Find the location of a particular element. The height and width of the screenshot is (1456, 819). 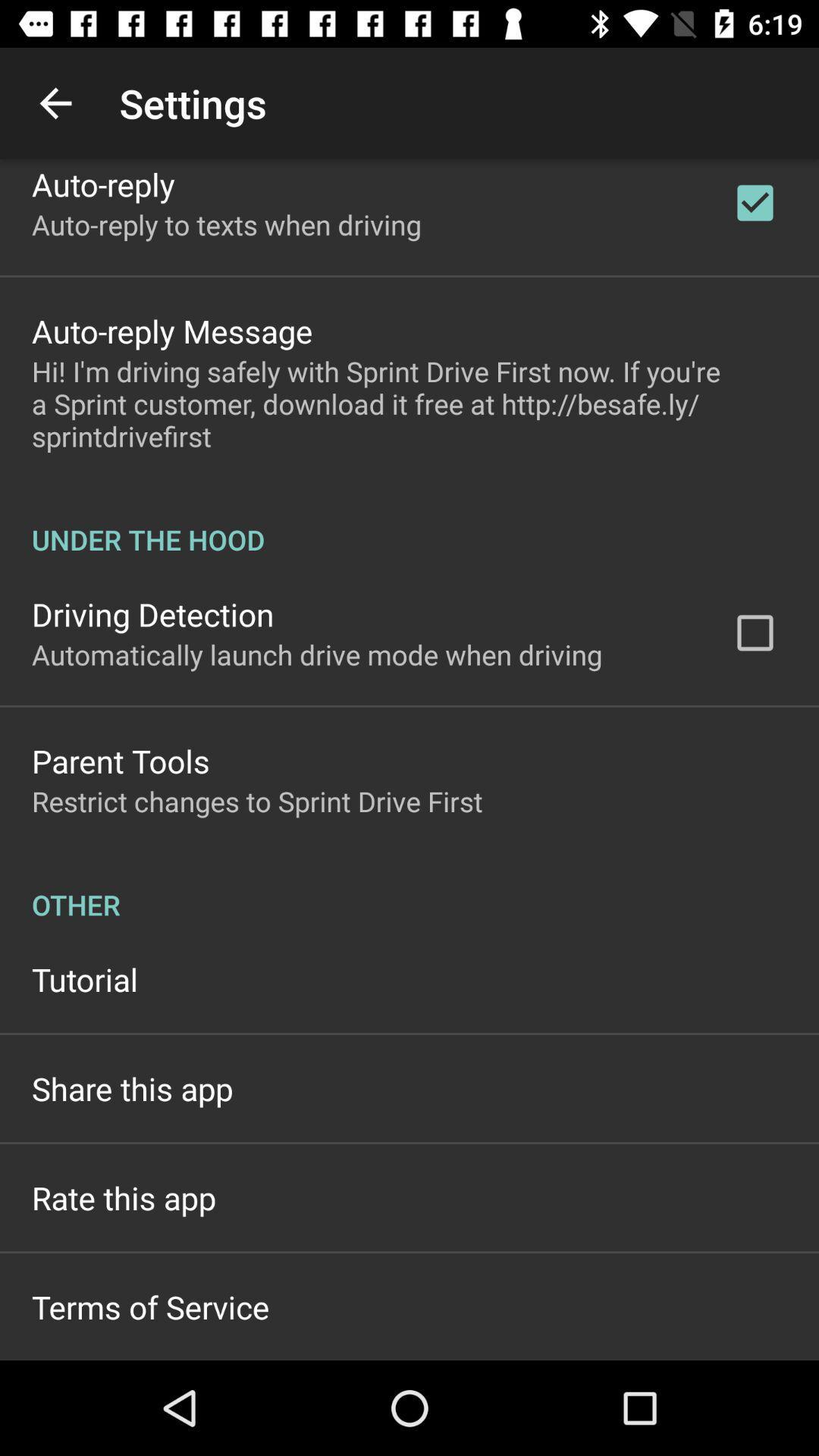

the item next to the settings app is located at coordinates (55, 102).